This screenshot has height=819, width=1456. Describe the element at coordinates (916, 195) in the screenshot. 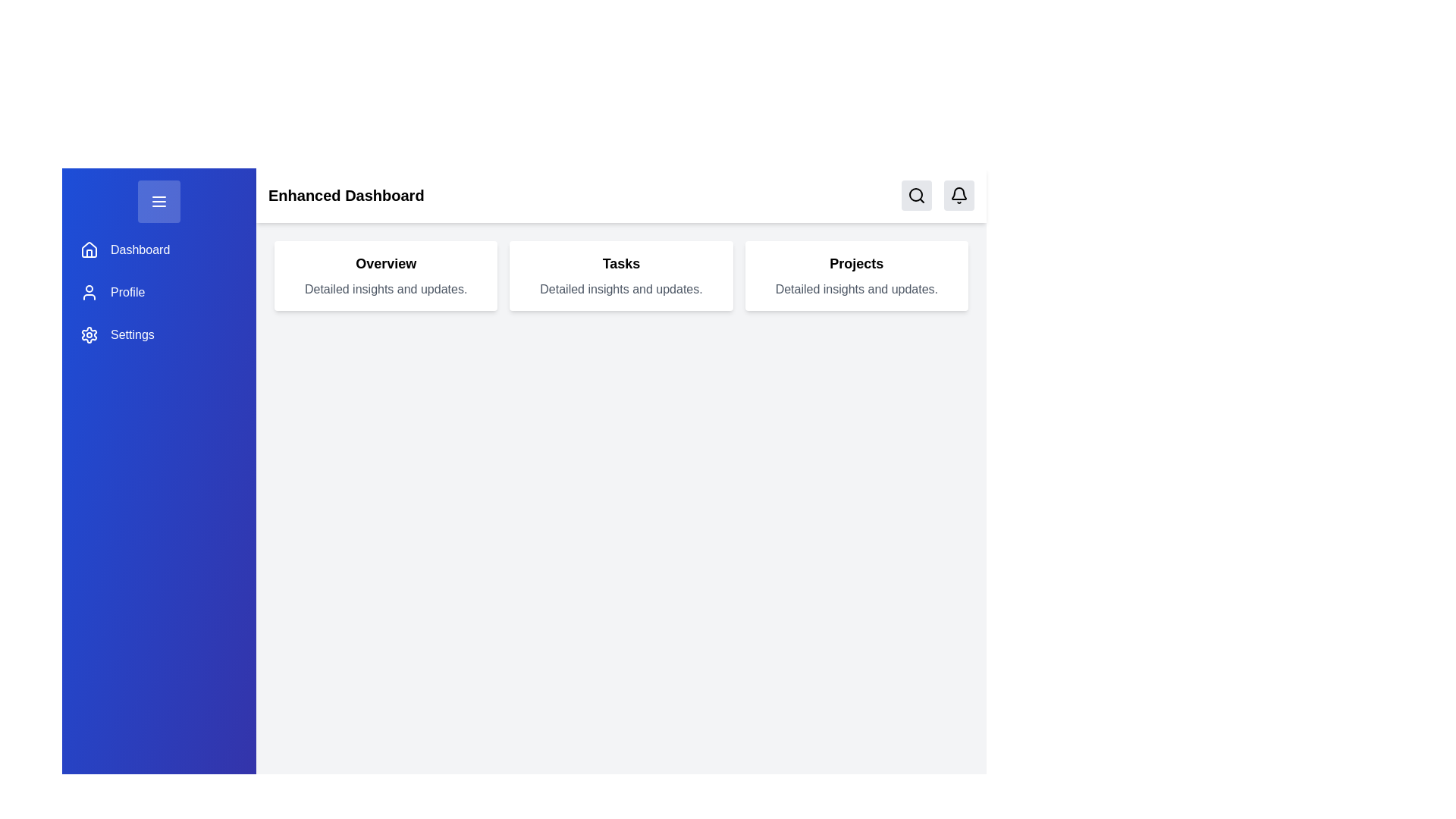

I see `the Icon-button with an SVG search icon located in the top-right section of the interface to initiate a search action` at that location.